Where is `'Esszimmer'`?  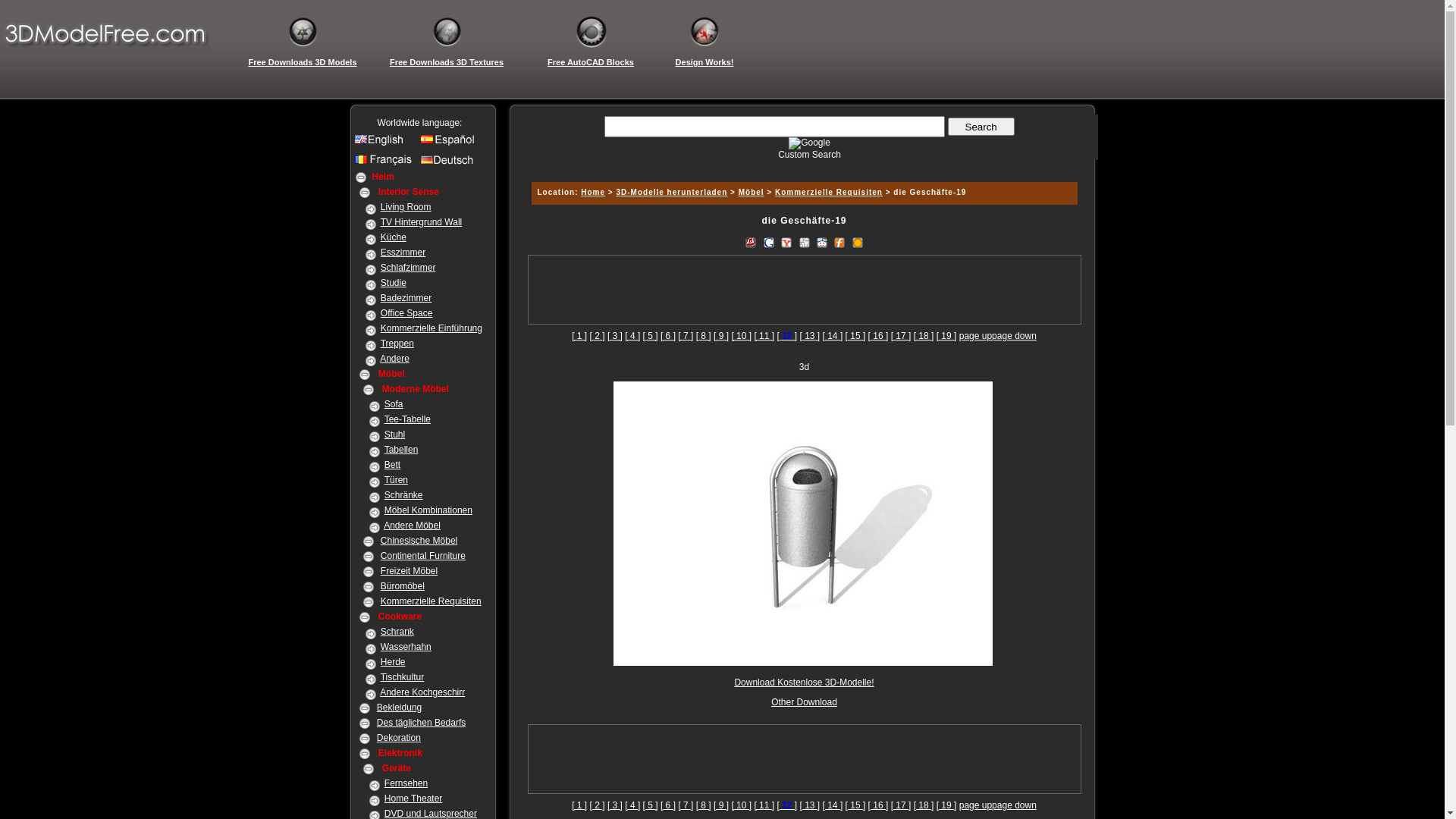
'Esszimmer' is located at coordinates (403, 251).